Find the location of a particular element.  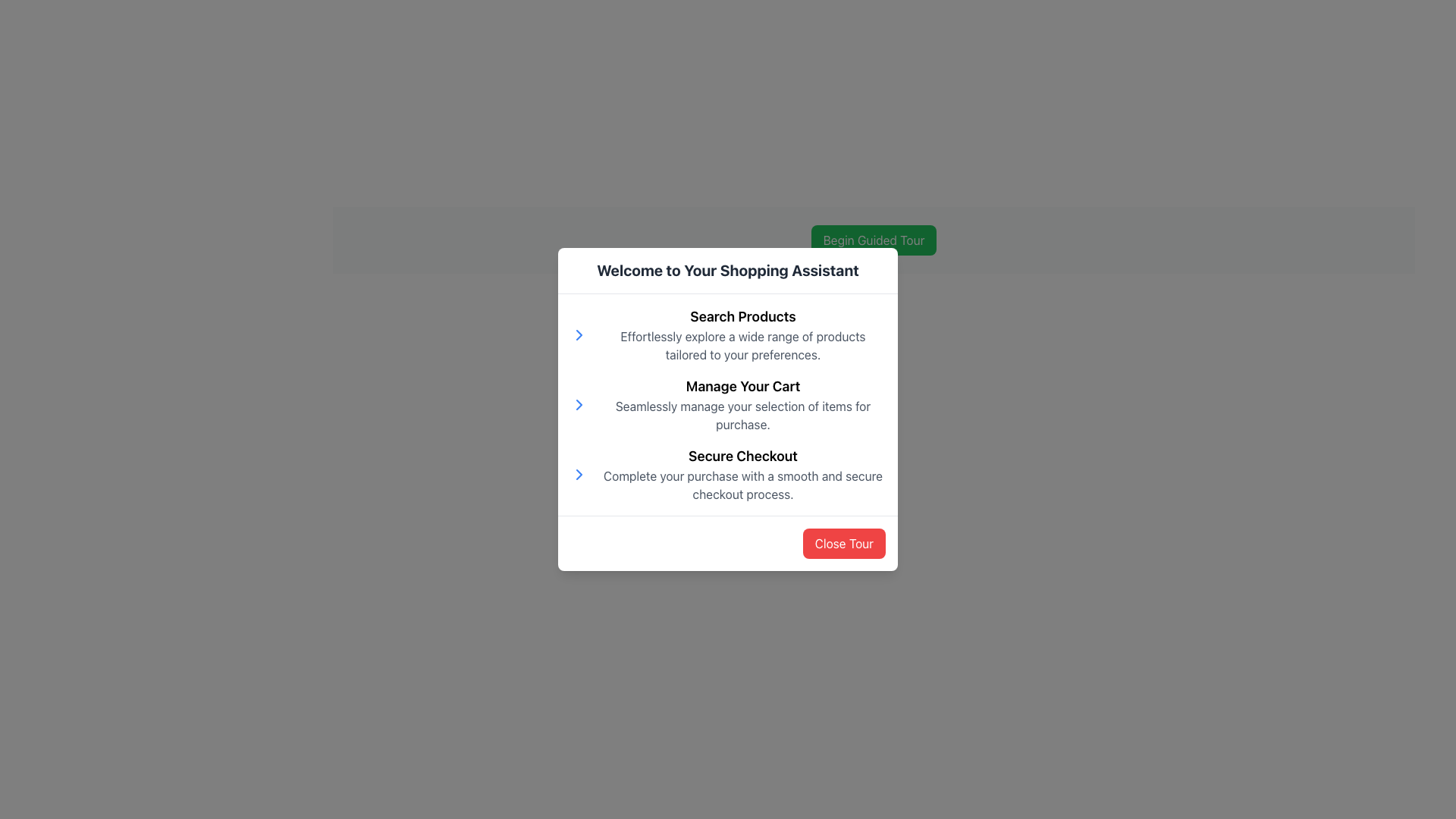

the static informational text block located inside the modal titled 'Welcome to Your Shopping Assistant', positioned above the 'Manage Your Cart' section with a blue chevron icon preceding it is located at coordinates (742, 334).